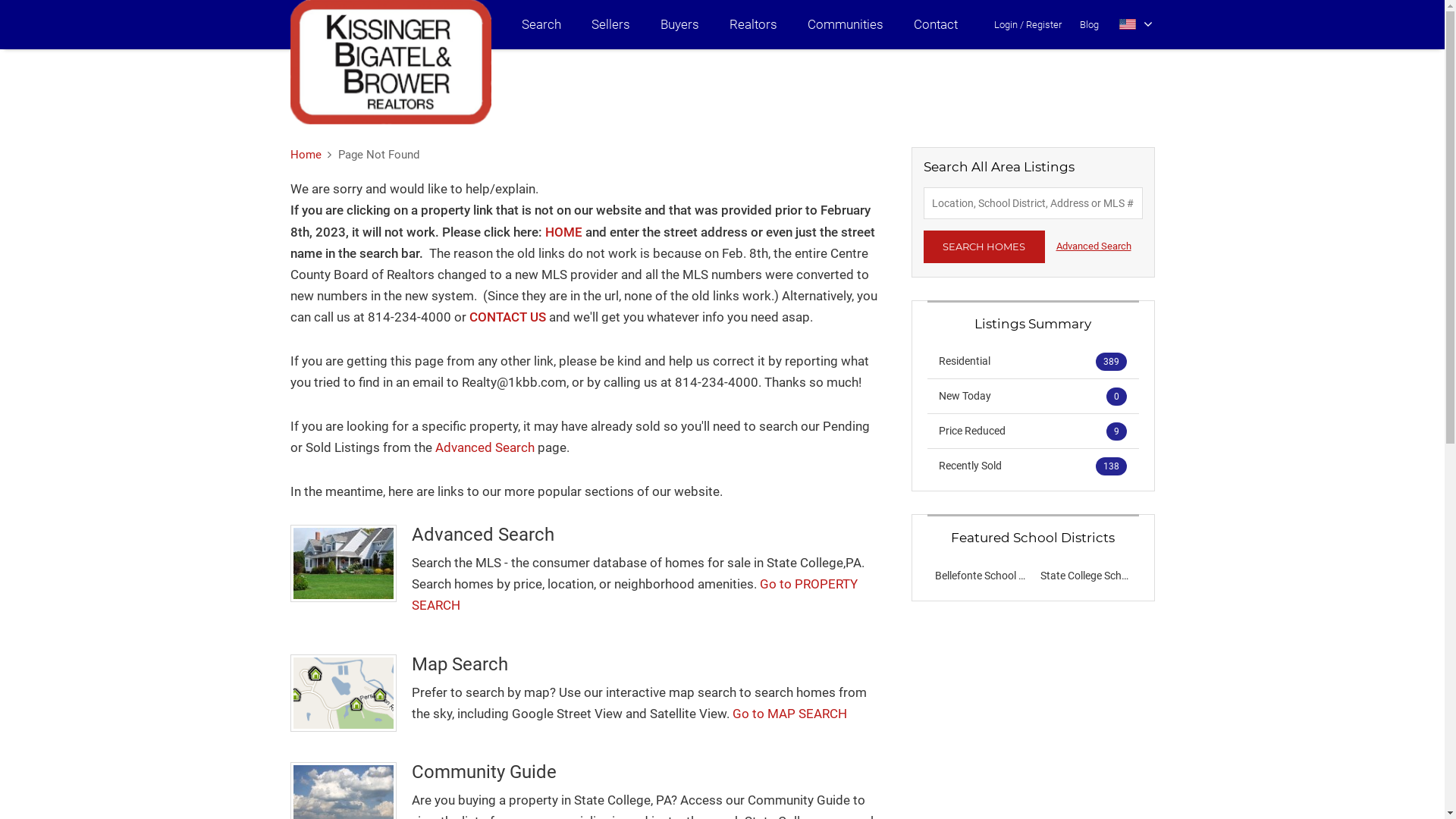 The height and width of the screenshot is (819, 1456). Describe the element at coordinates (341, 693) in the screenshot. I see `'Search by map'` at that location.